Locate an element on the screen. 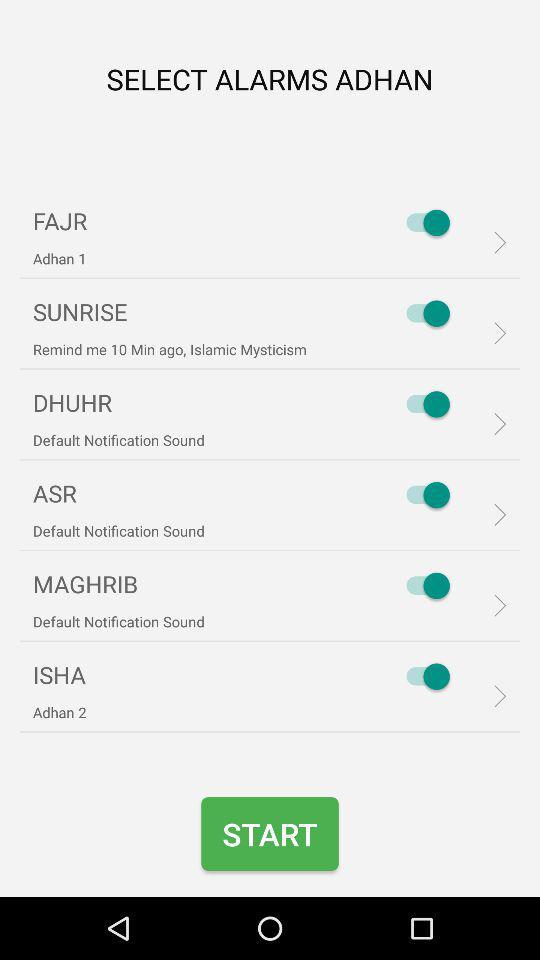 Image resolution: width=540 pixels, height=960 pixels. item next to the fajr item is located at coordinates (422, 222).